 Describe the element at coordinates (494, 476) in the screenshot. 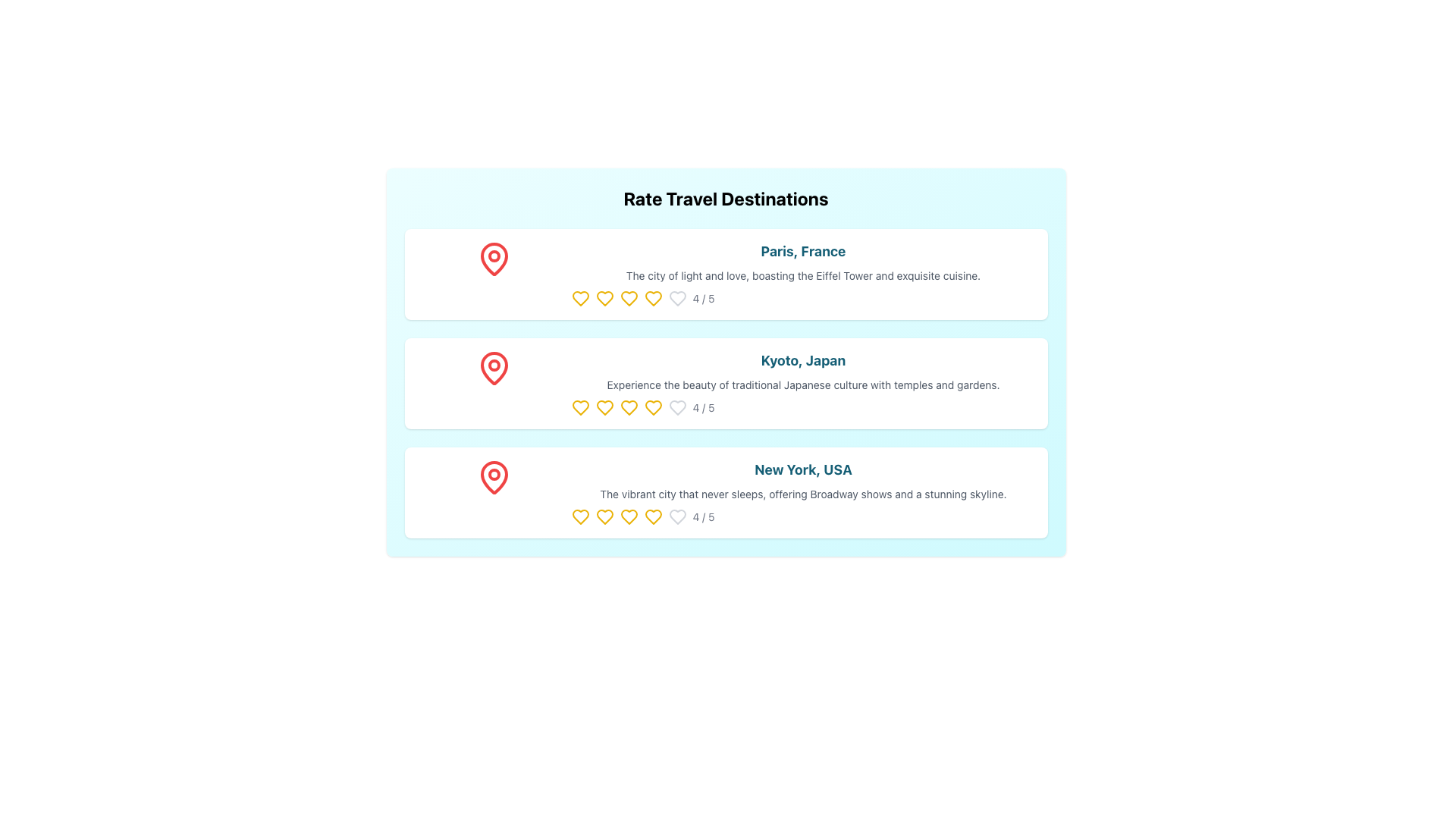

I see `the location marker icon for the travel destination in the last section representing 'New York, USA'` at that location.